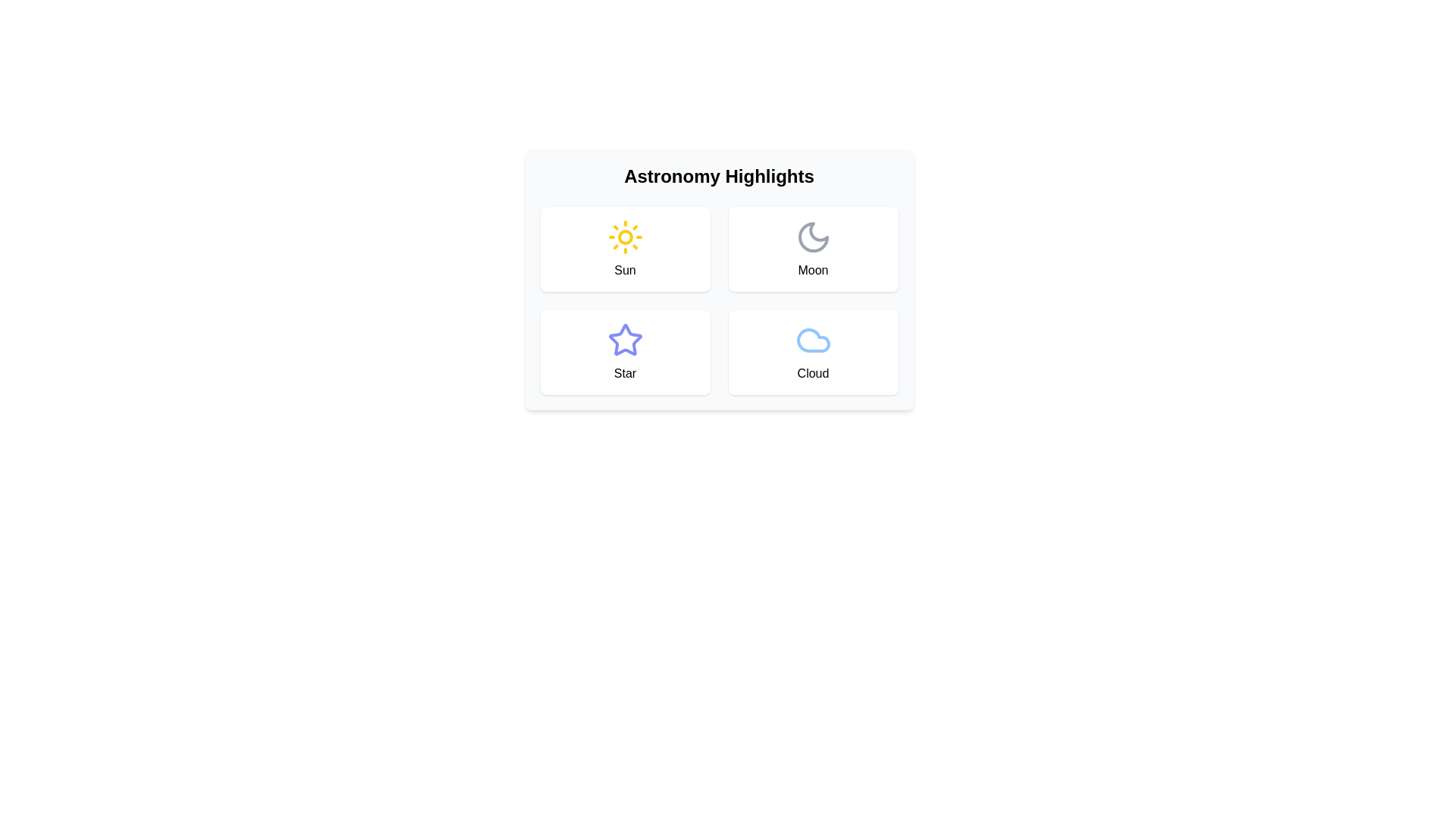 Image resolution: width=1456 pixels, height=819 pixels. Describe the element at coordinates (812, 237) in the screenshot. I see `the gray outline crescent moon icon in the 'Astronomy Highlights' section` at that location.